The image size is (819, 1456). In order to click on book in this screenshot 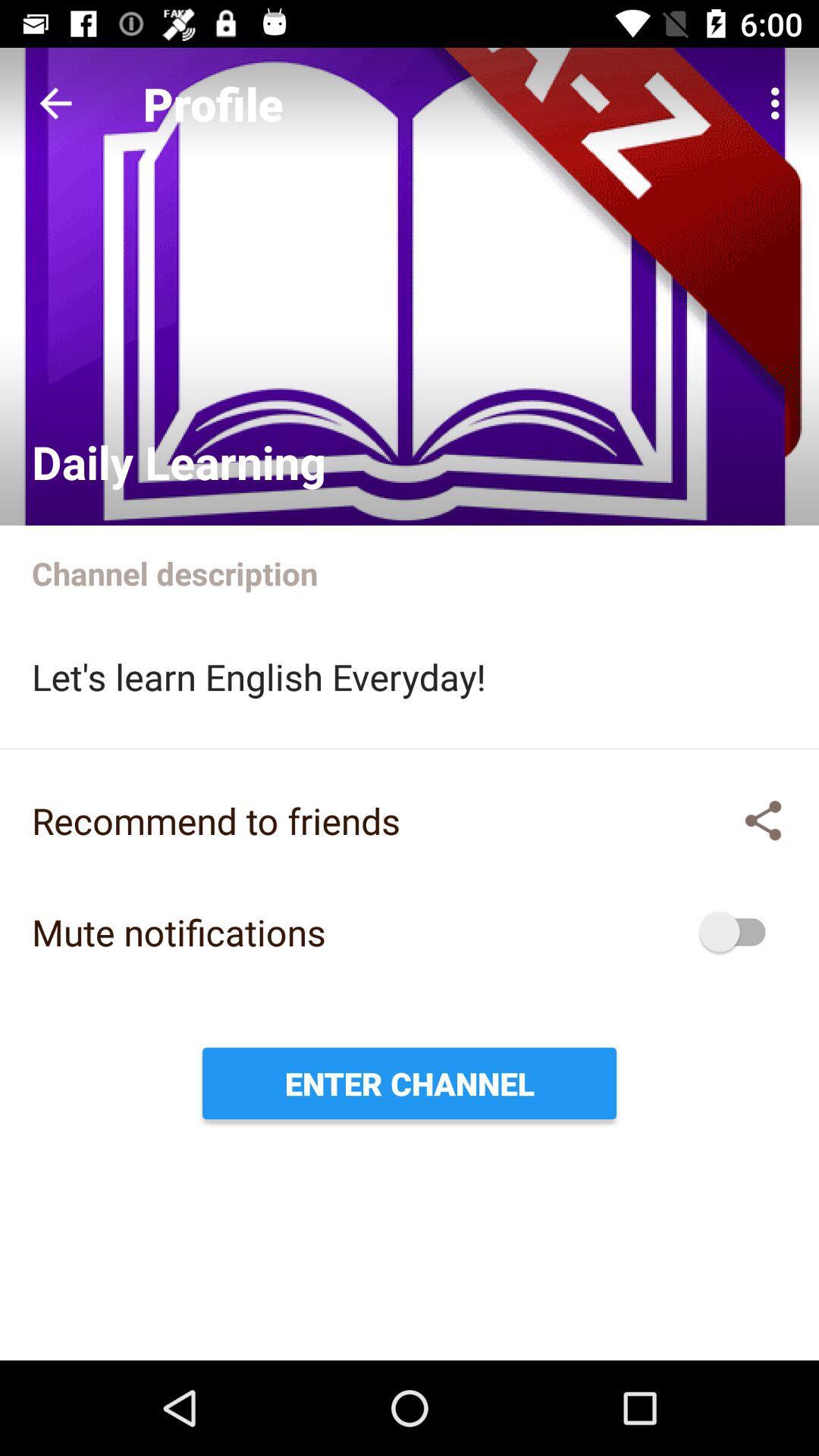, I will do `click(409, 287)`.